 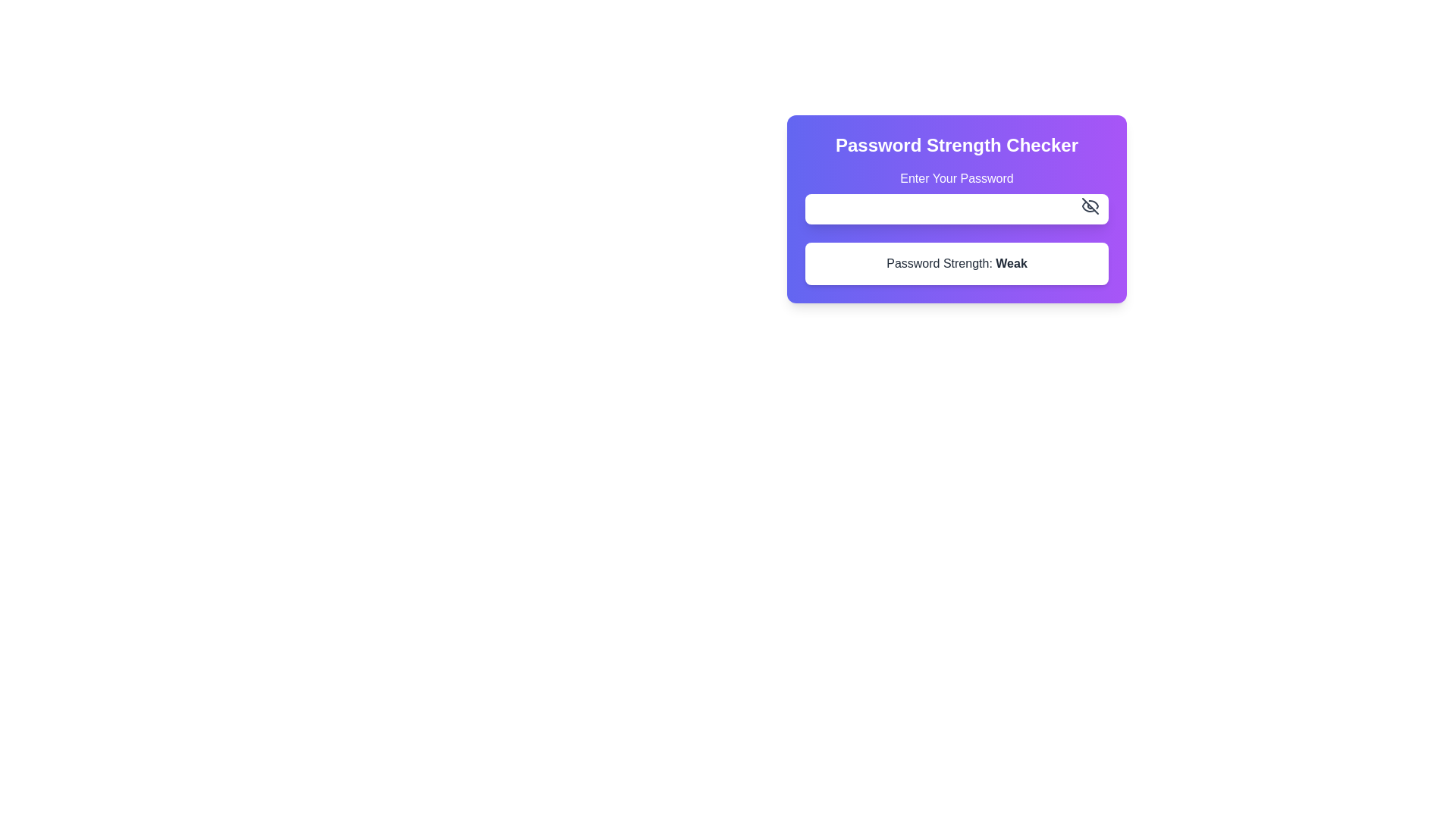 What do you see at coordinates (956, 262) in the screenshot?
I see `the Text Display Widget that shows 'Password Strength: Weak'` at bounding box center [956, 262].